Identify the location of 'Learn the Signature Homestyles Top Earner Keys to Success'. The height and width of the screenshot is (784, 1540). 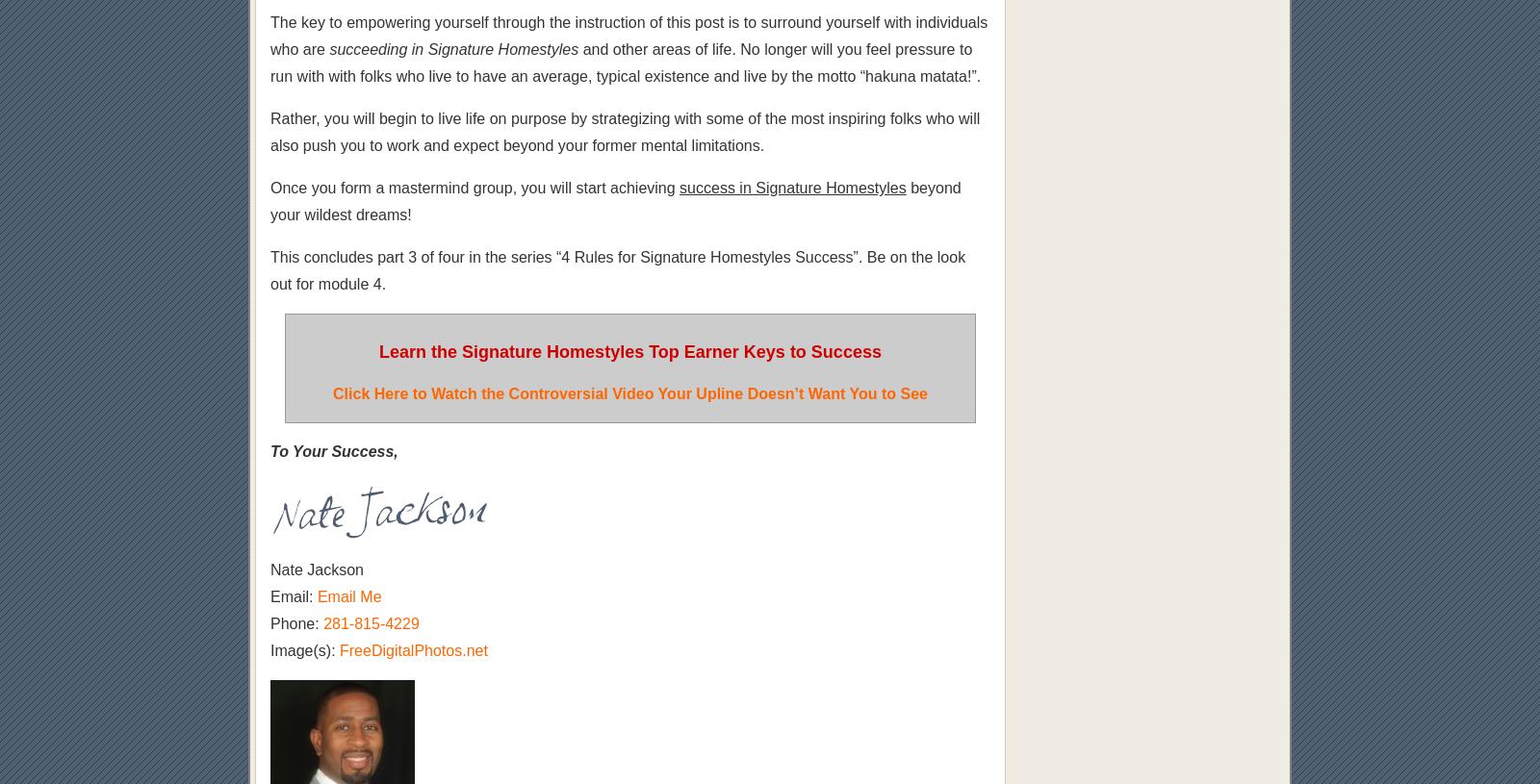
(629, 351).